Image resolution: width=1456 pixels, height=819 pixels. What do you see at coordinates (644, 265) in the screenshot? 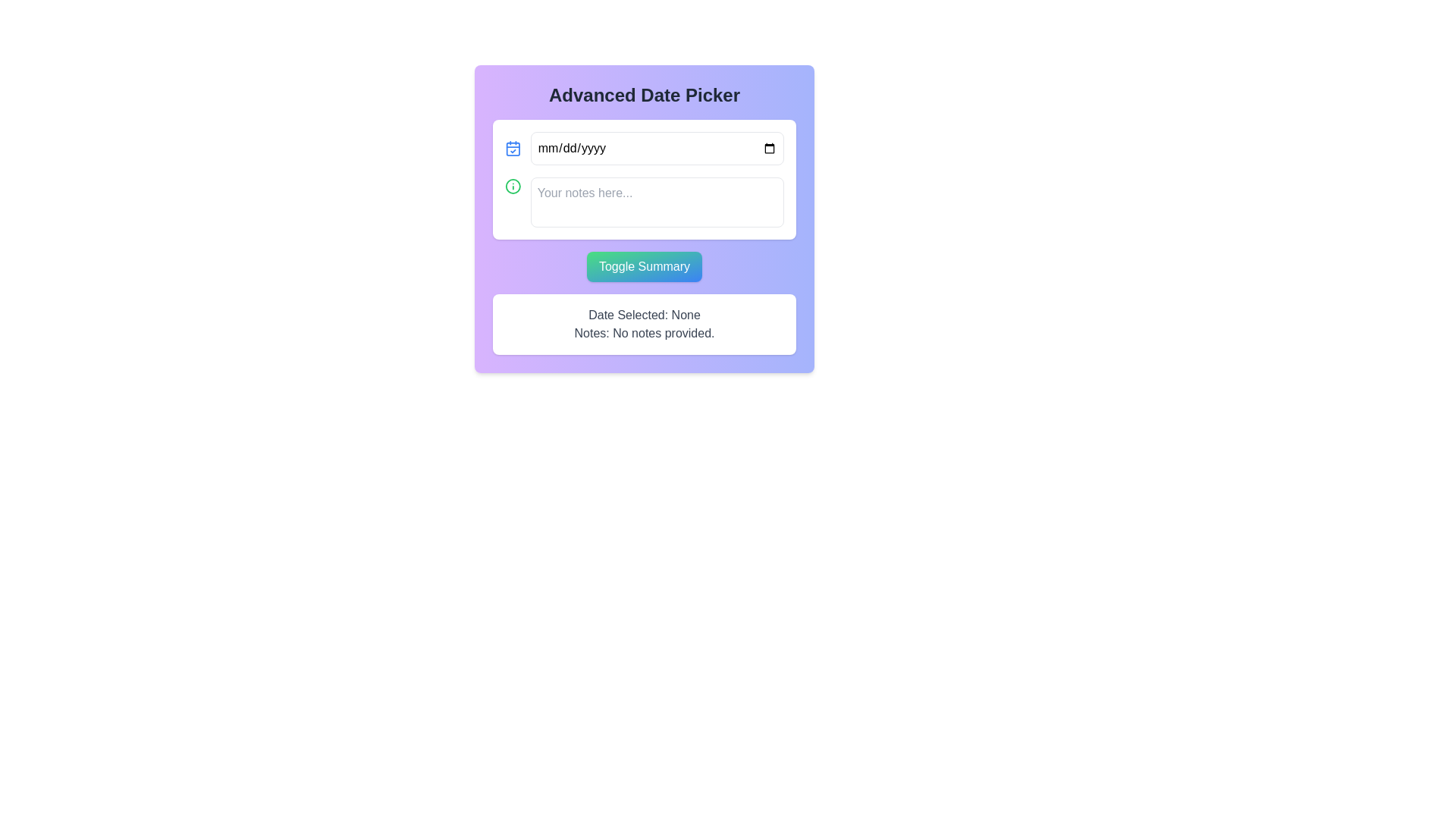
I see `the button located in the 'Advanced Date Picker' panel` at bounding box center [644, 265].